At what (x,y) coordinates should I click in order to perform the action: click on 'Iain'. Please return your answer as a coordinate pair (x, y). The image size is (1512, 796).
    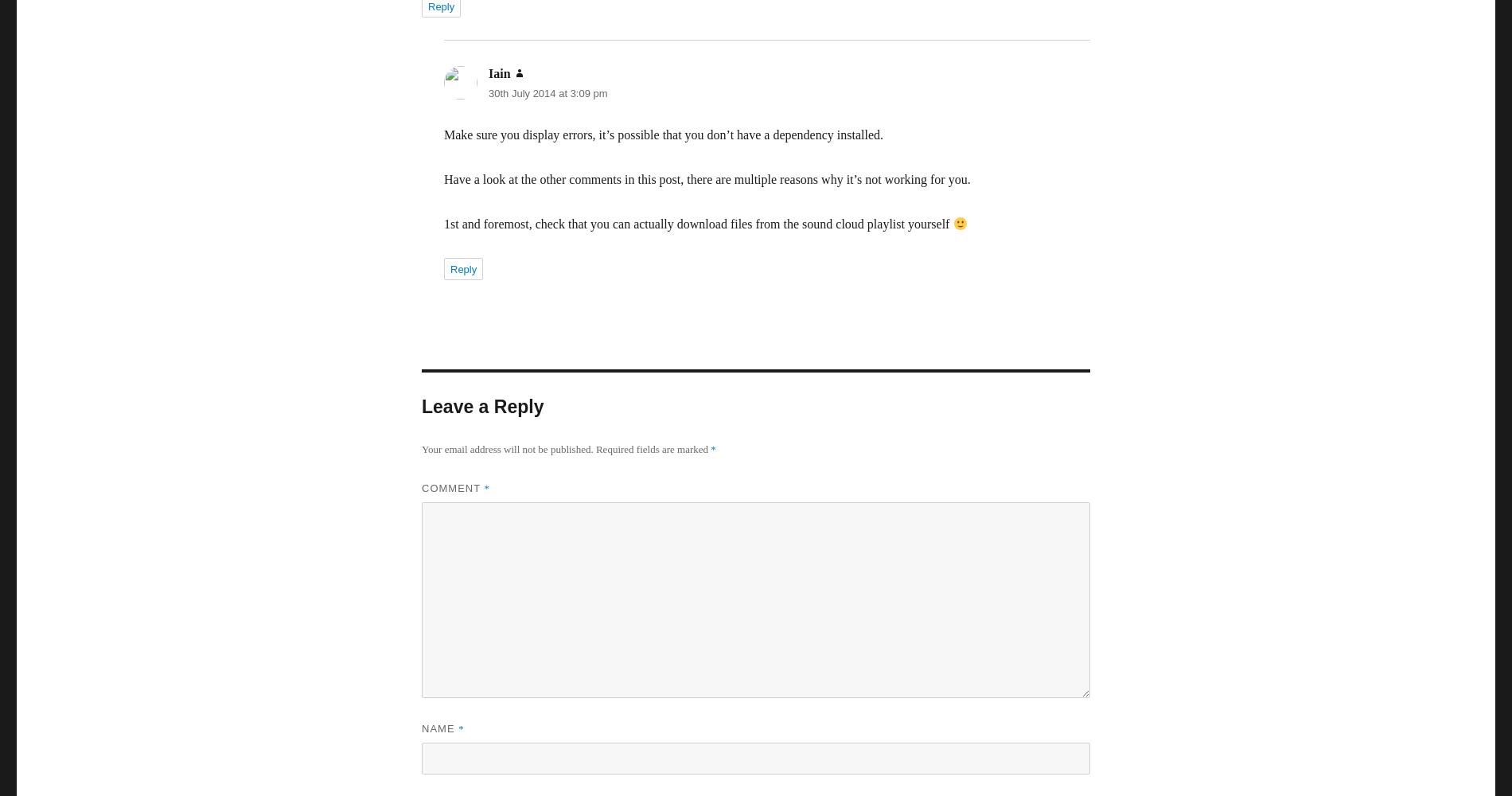
    Looking at the image, I should click on (499, 72).